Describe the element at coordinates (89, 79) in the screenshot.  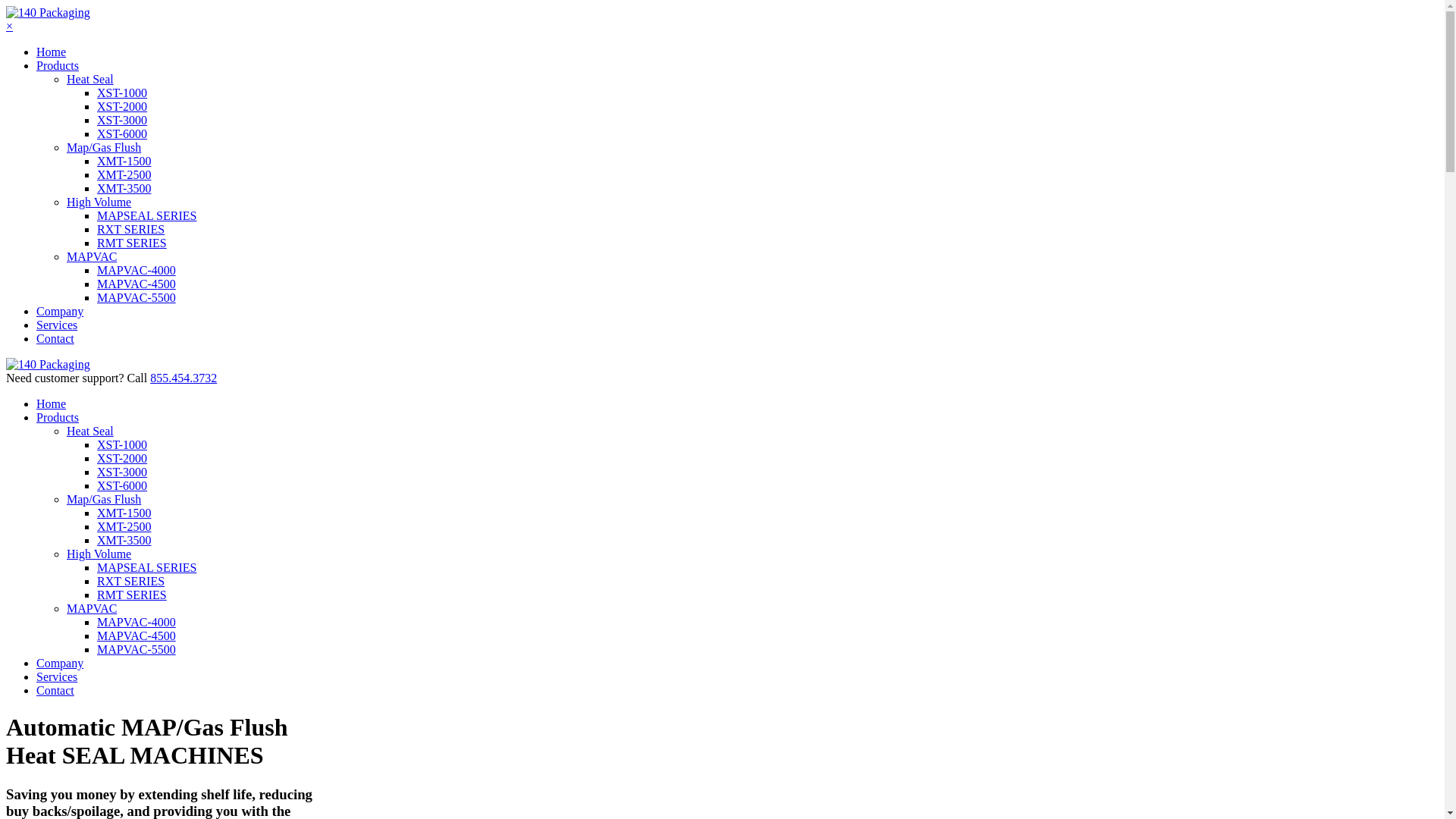
I see `'Heat Seal'` at that location.